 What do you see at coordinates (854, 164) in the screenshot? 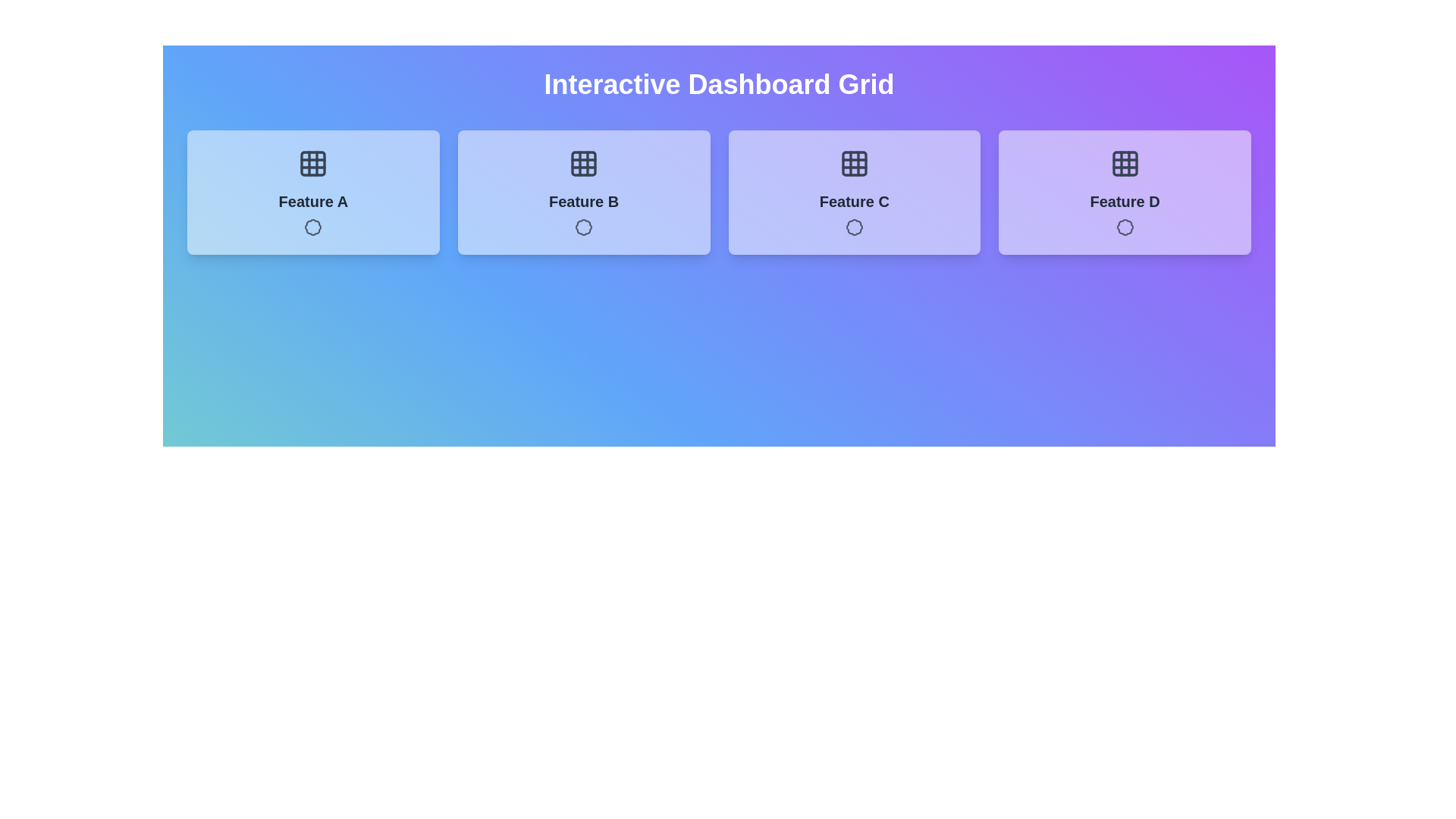
I see `the 3x3 grid icon with dark gray lines located` at bounding box center [854, 164].